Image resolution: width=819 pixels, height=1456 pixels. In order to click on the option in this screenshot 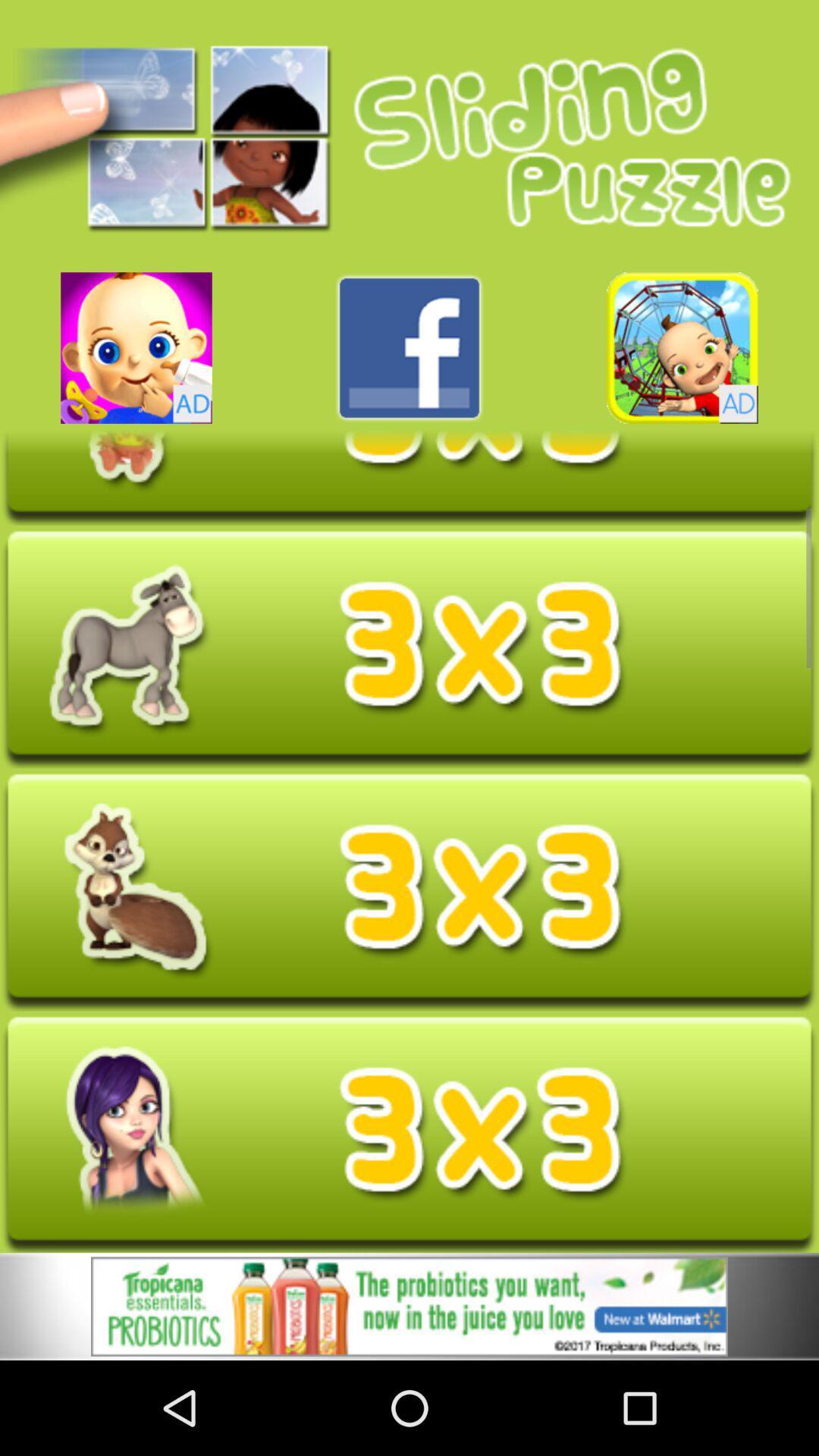, I will do `click(409, 1306)`.